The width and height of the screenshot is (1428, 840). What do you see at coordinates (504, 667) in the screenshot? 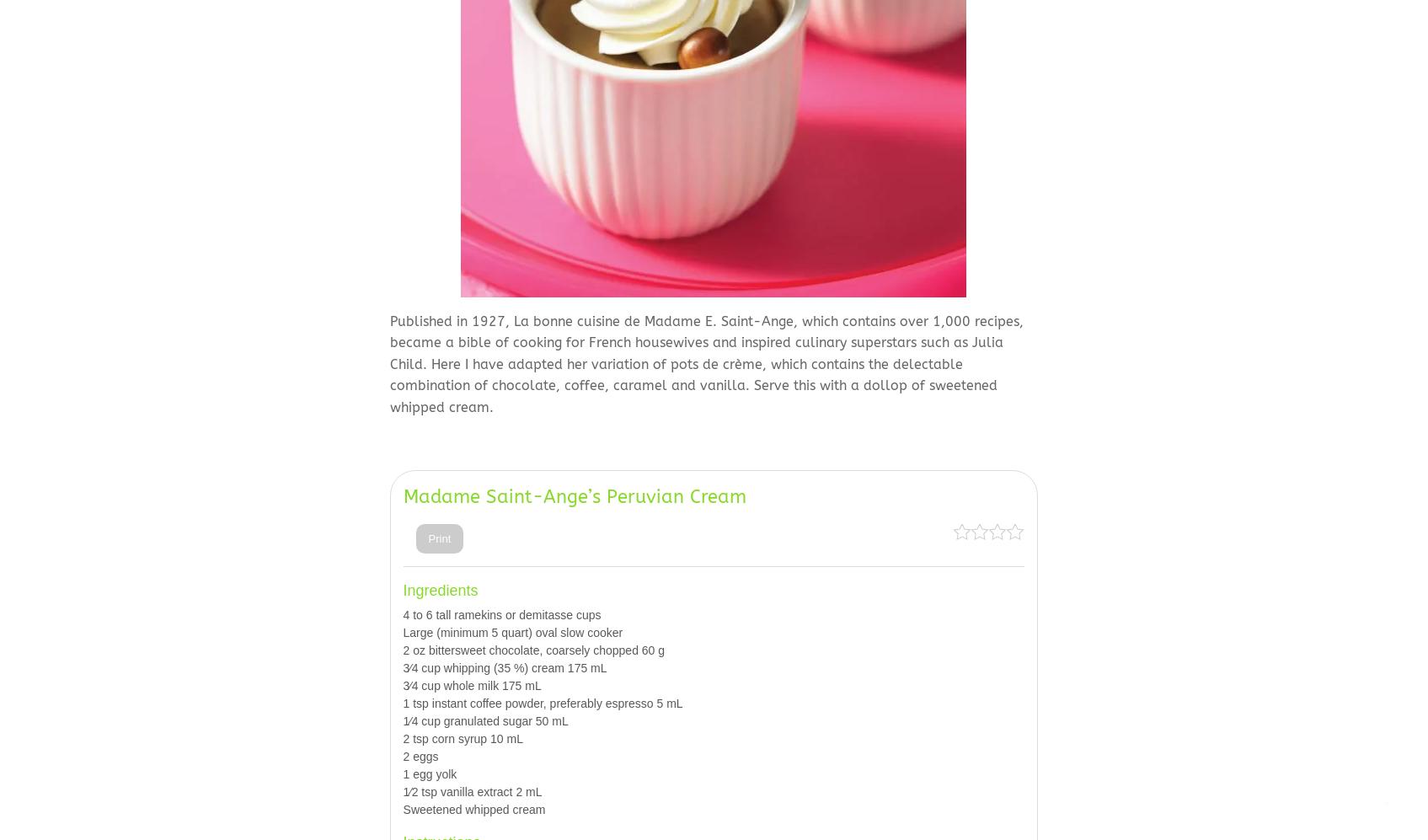
I see `'3⁄4 cup           whipping (35 %) cream        175 mL'` at bounding box center [504, 667].